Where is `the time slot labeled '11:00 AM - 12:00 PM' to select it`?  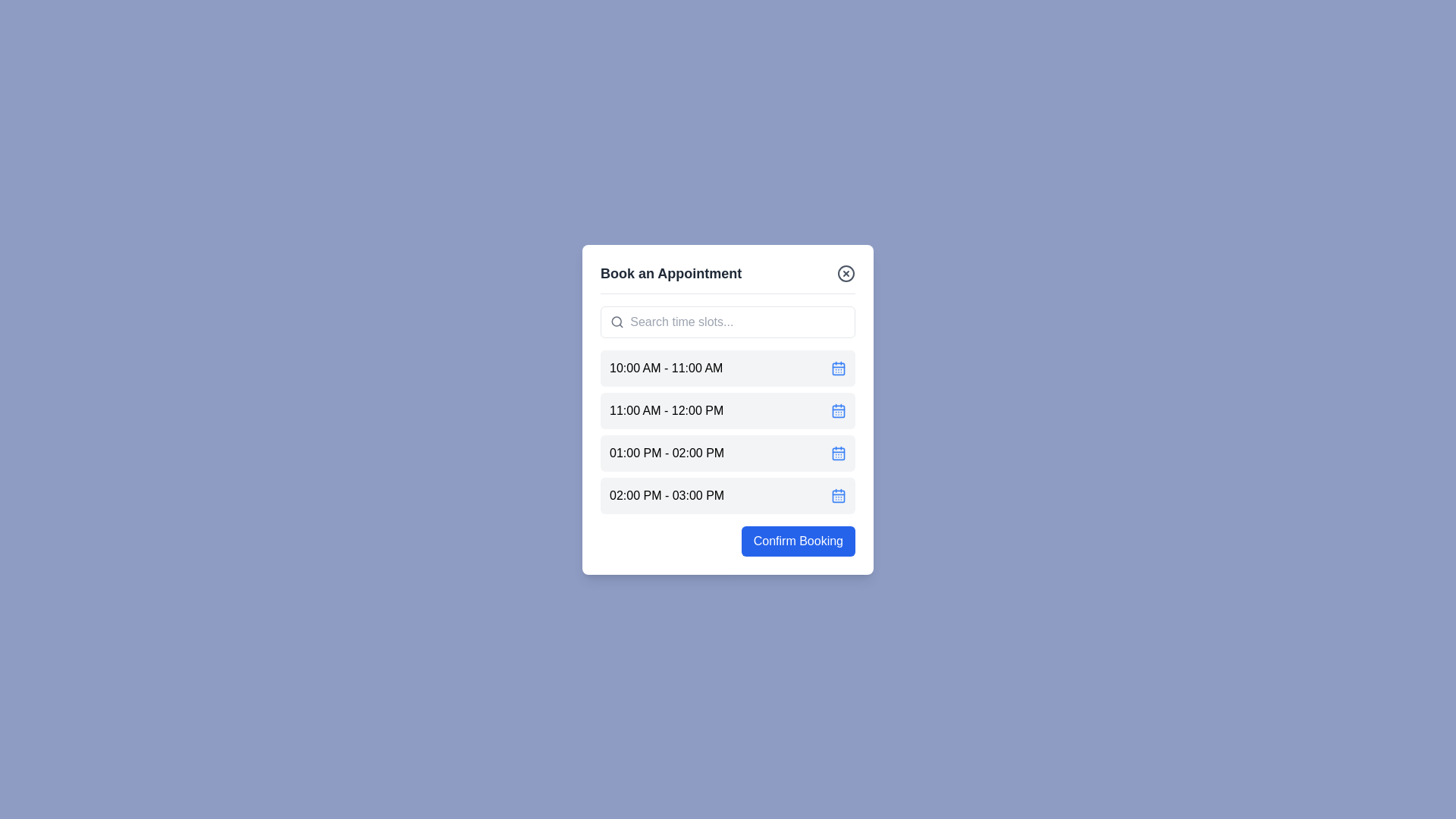 the time slot labeled '11:00 AM - 12:00 PM' to select it is located at coordinates (728, 410).